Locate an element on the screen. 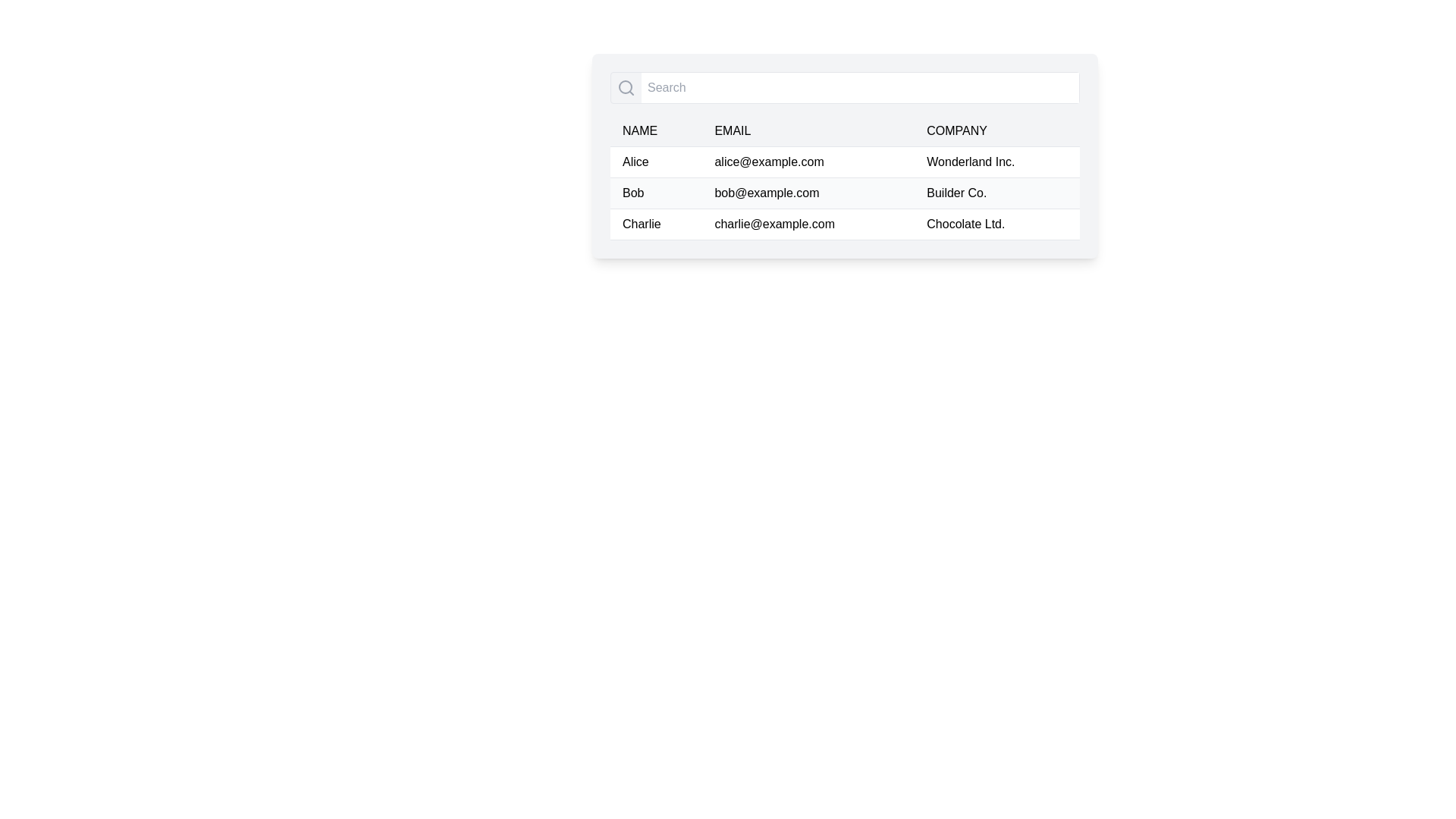  the text label displaying the email address 'alice@example.com' in the middle column labeled 'EMAIL' of the first row in the table is located at coordinates (808, 162).